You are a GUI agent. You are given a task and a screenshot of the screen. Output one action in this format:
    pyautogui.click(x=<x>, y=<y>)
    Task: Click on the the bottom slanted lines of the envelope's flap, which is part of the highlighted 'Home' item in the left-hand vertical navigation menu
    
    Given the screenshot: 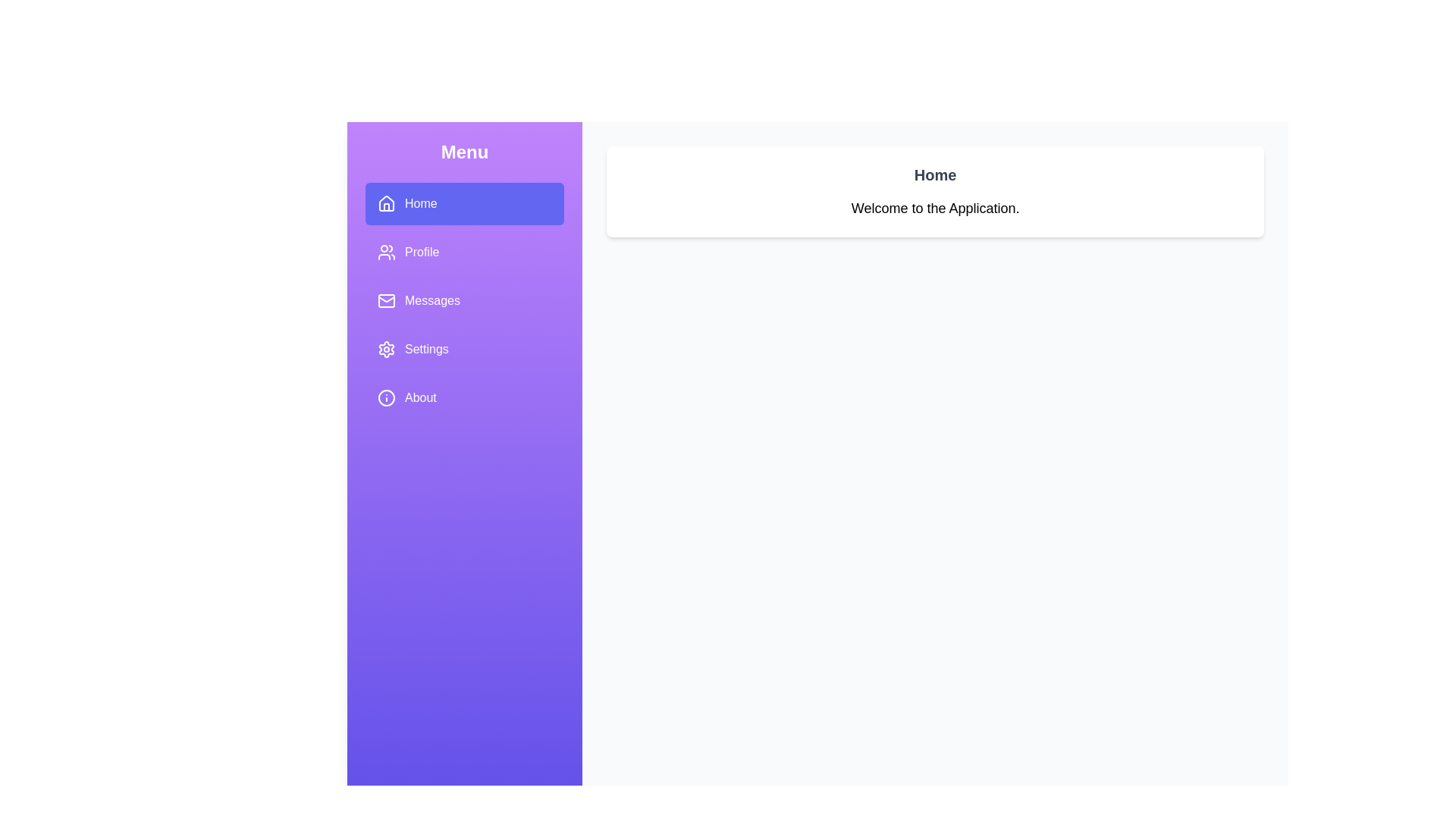 What is the action you would take?
    pyautogui.click(x=386, y=298)
    